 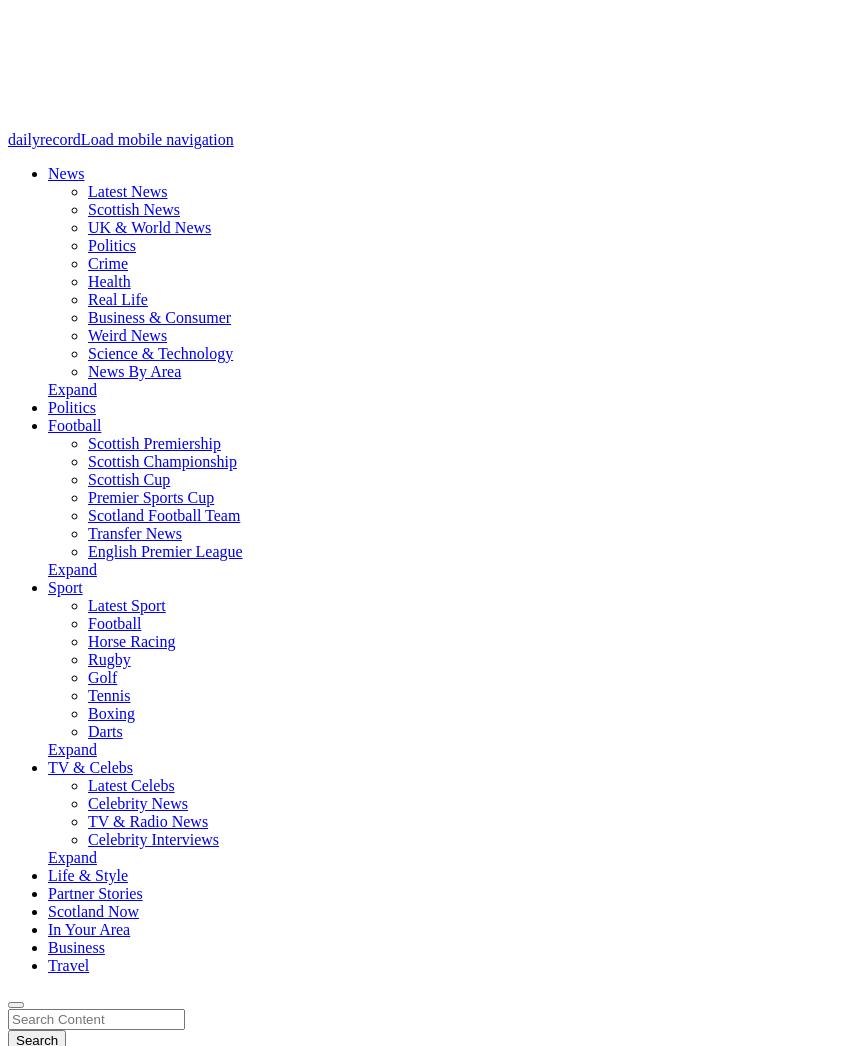 I want to click on 'News', so click(x=64, y=173).